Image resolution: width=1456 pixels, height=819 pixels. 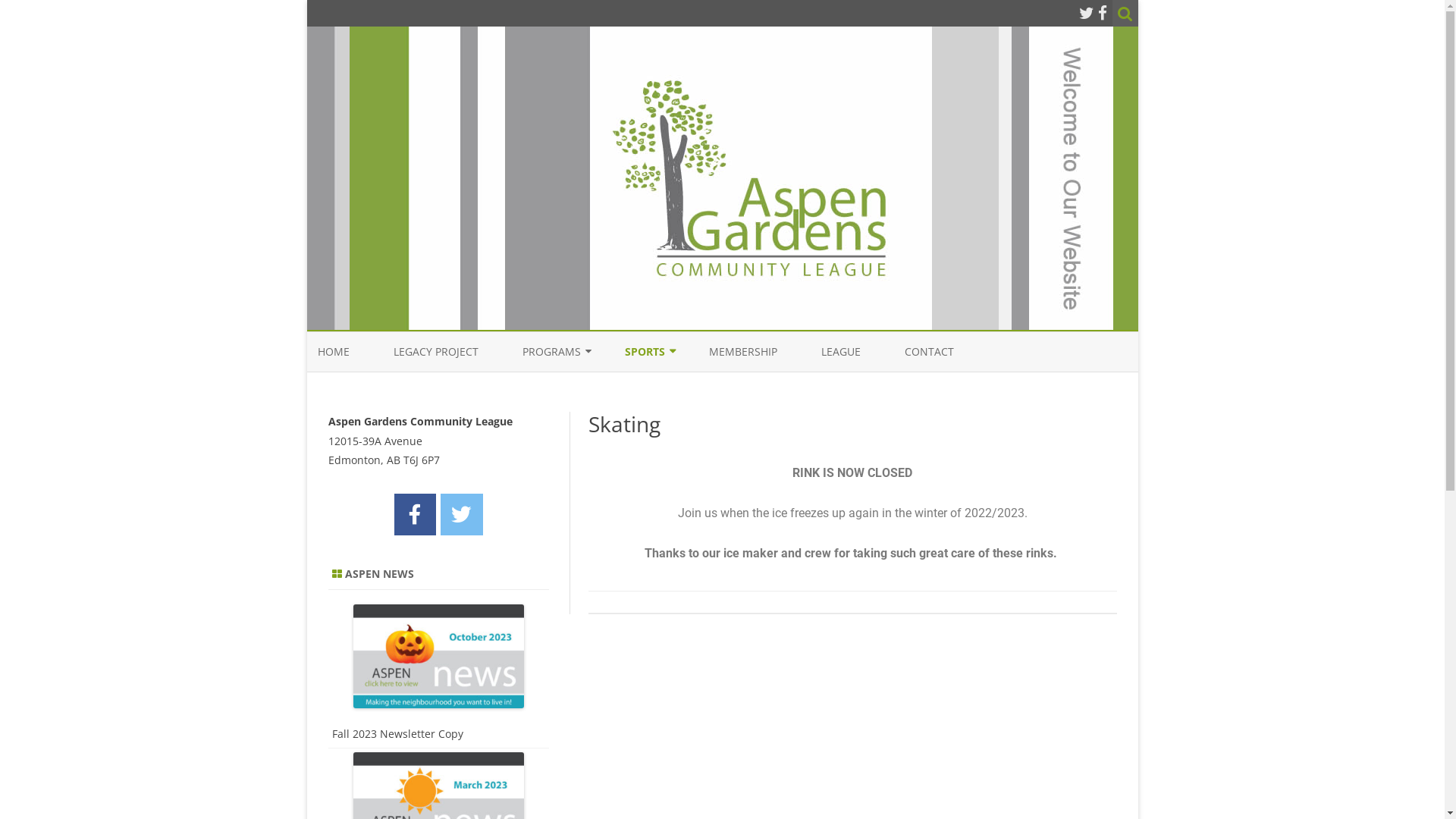 I want to click on 'PROGRAMS', so click(x=550, y=351).